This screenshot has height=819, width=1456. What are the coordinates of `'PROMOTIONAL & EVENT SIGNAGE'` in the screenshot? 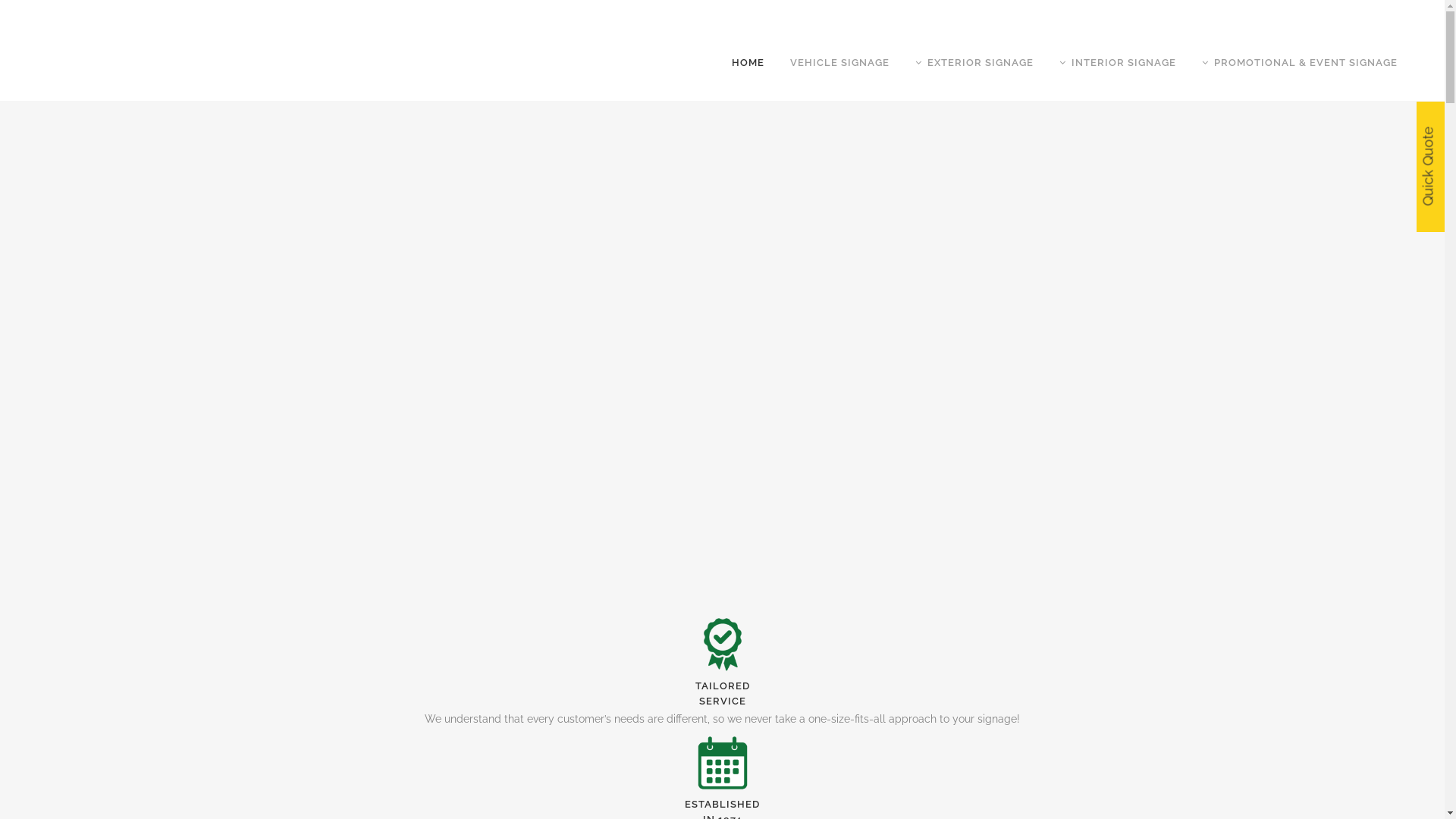 It's located at (1298, 62).